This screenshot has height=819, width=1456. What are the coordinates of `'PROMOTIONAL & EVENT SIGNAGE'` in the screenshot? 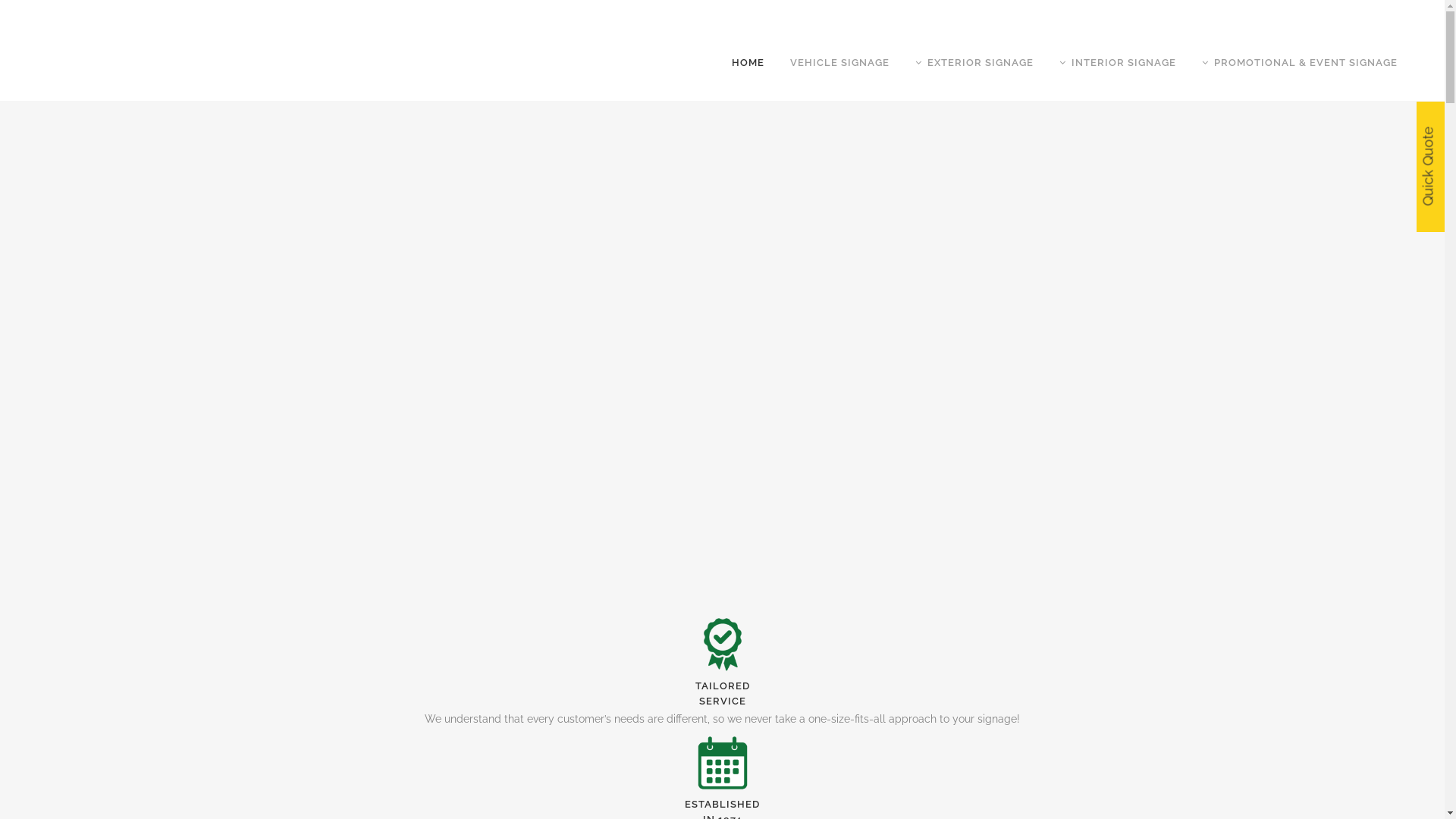 It's located at (1298, 62).